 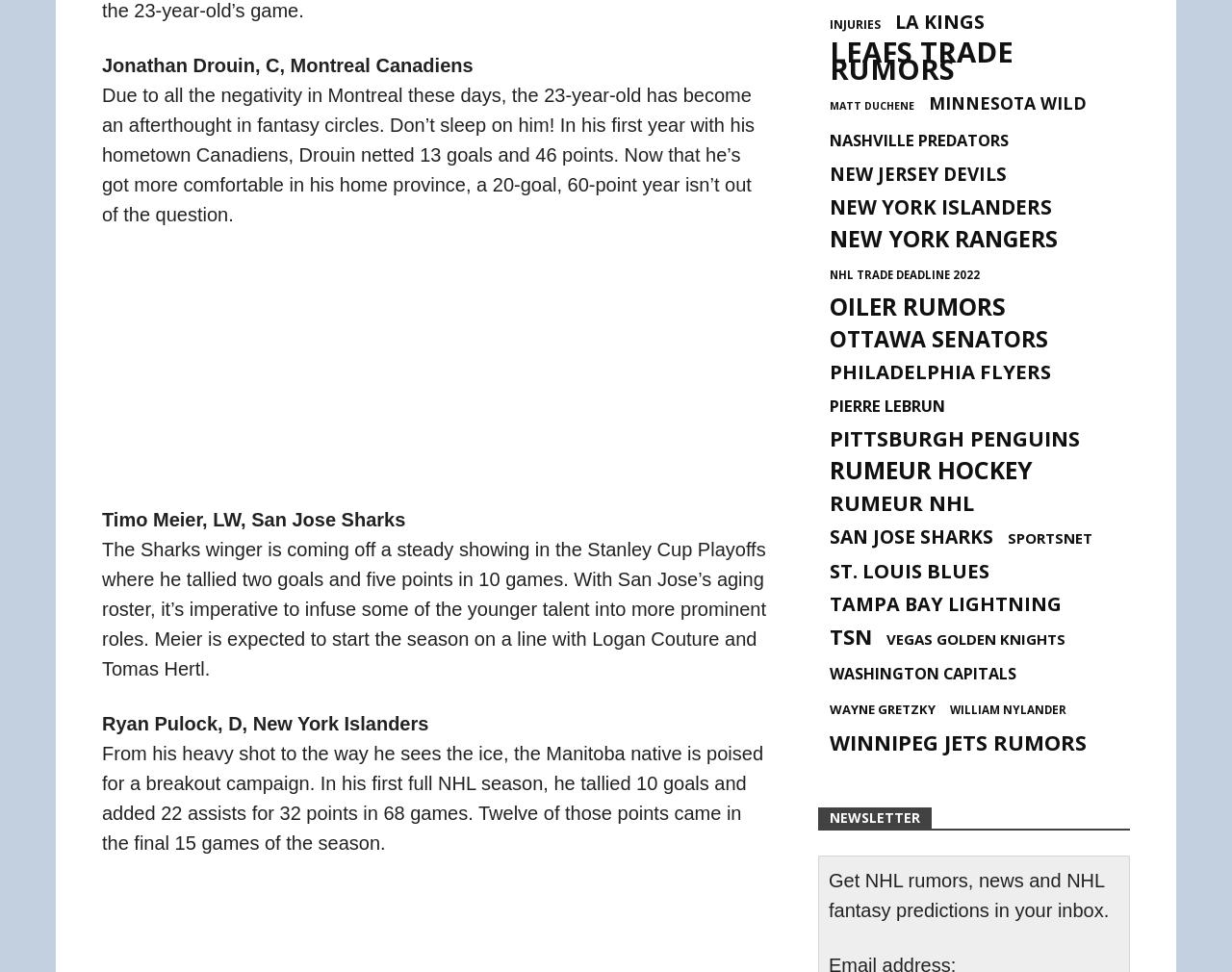 What do you see at coordinates (432, 606) in the screenshot?
I see `'The Sharks winger is coming off a steady showing in the Stanley Cup Playoffs where he tallied two goals and five points in 10 games. With San Jose’s aging roster, it’s imperative to infuse some of the younger talent into more prominent roles. Meier is expected to start the season on a line with Logan Couture and Tomas Hertl.'` at bounding box center [432, 606].